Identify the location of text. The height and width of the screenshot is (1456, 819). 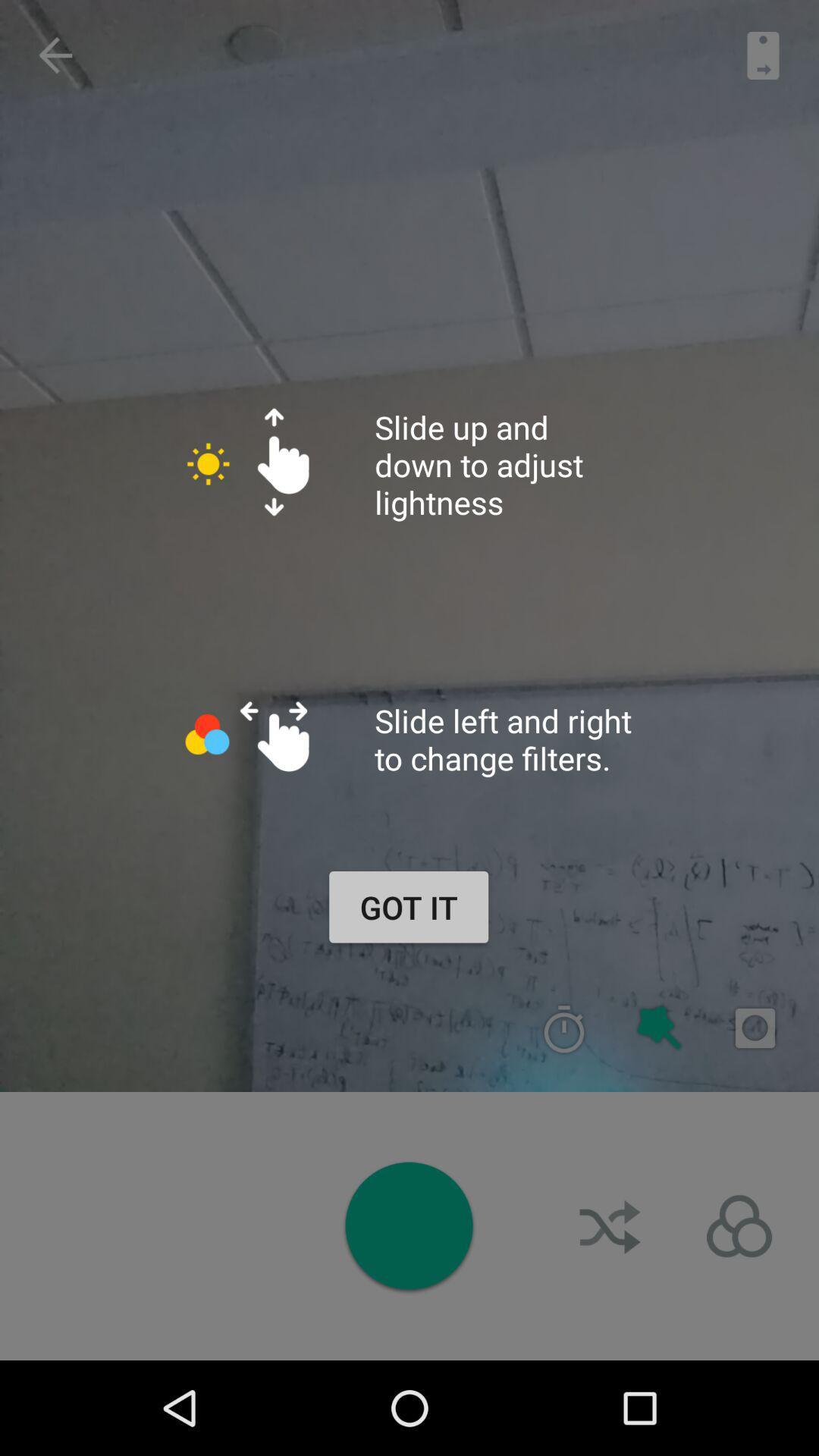
(755, 1028).